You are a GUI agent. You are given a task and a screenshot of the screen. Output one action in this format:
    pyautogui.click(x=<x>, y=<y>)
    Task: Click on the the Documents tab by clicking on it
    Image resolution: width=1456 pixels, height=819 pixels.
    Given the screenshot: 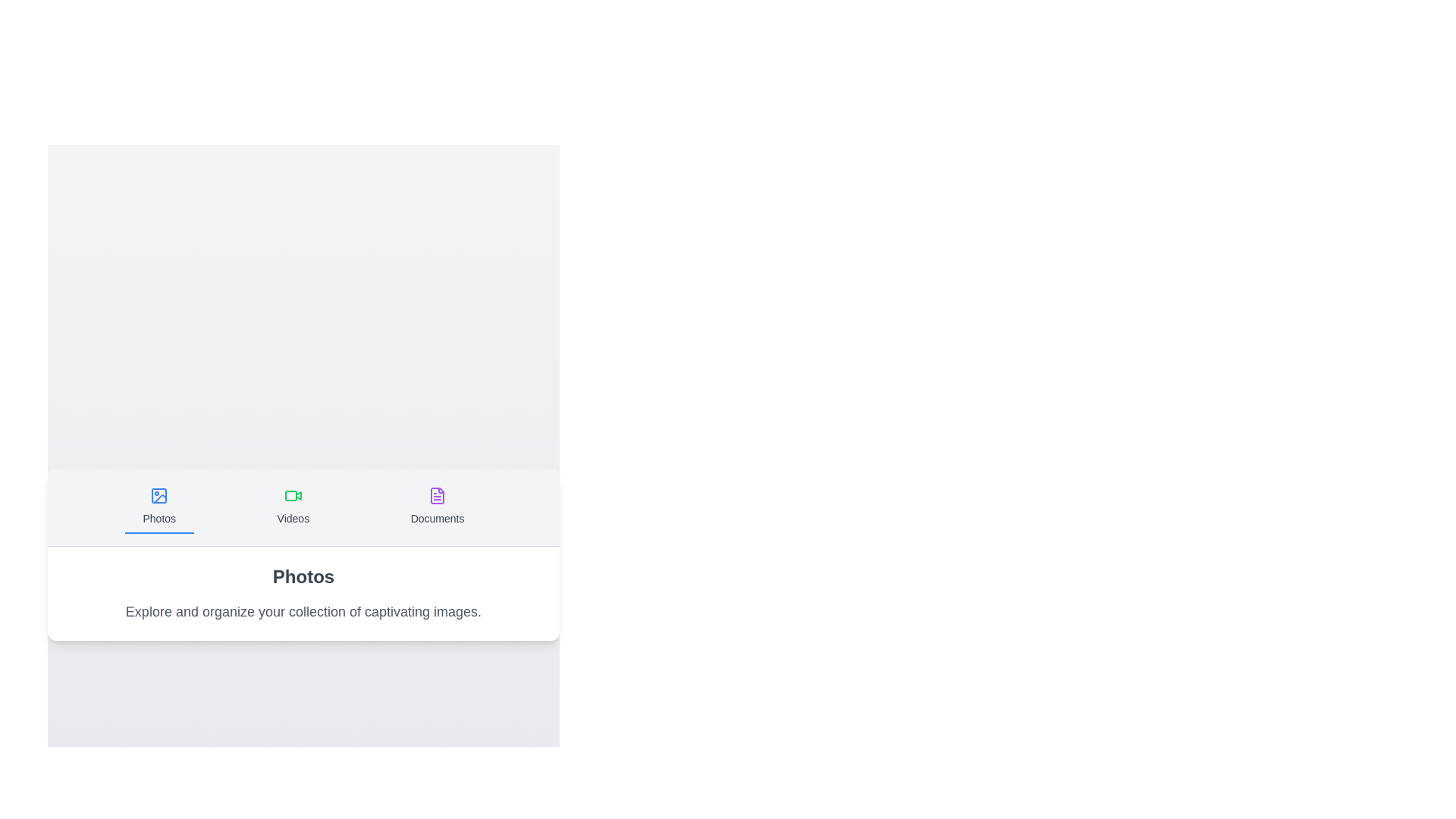 What is the action you would take?
    pyautogui.click(x=436, y=506)
    